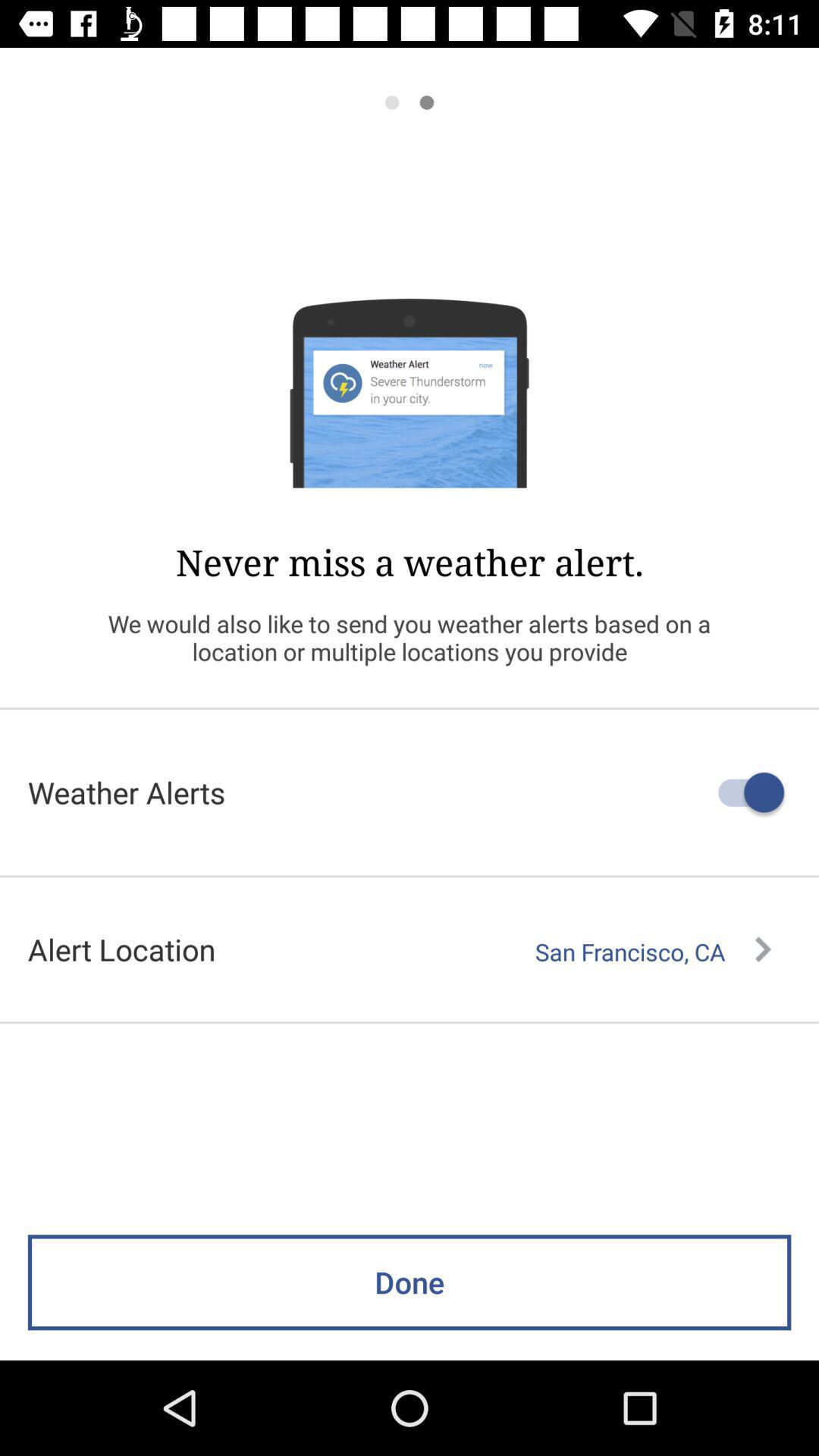 Image resolution: width=819 pixels, height=1456 pixels. I want to click on san francisco, ca, so click(652, 951).